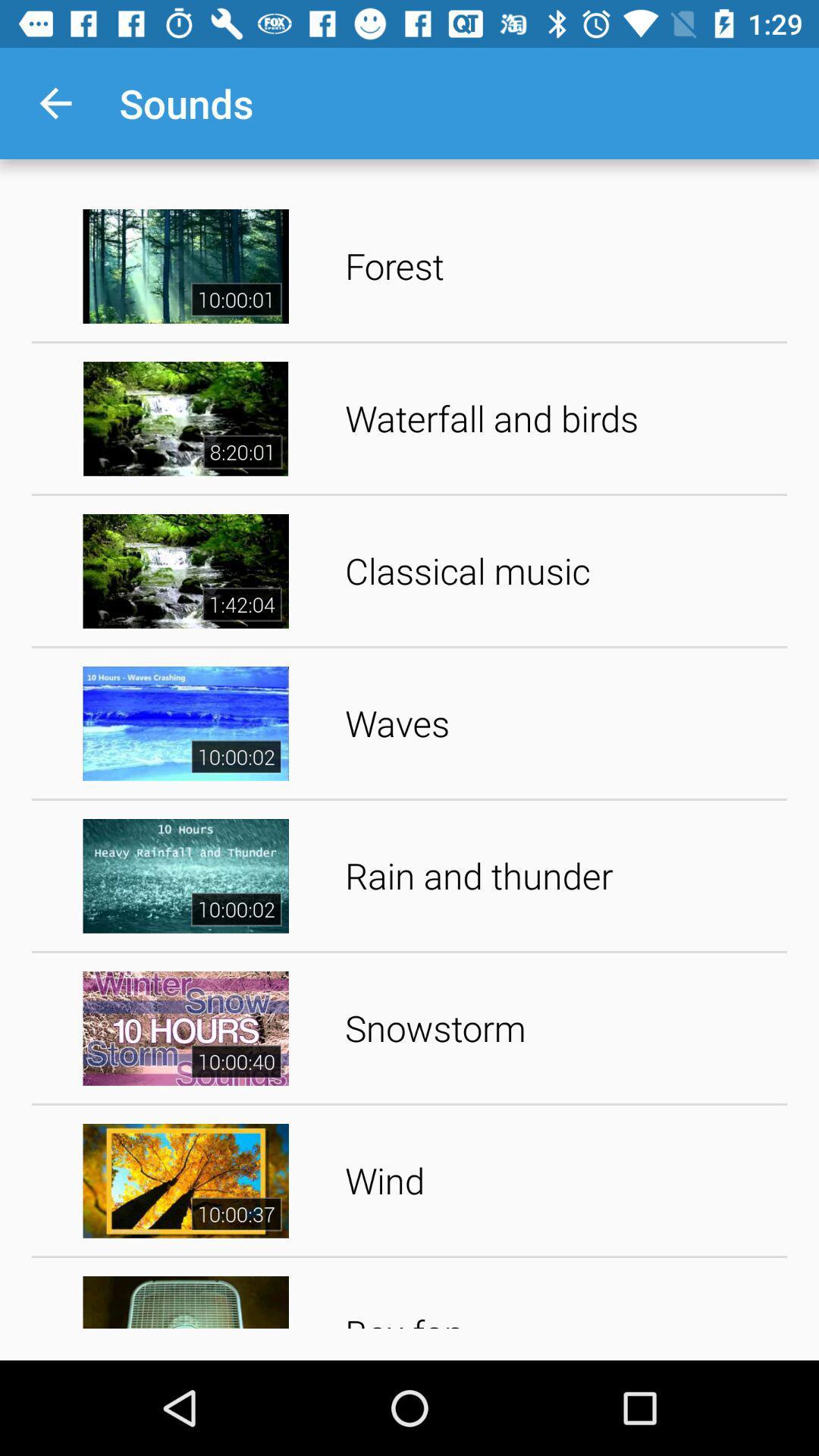 Image resolution: width=819 pixels, height=1456 pixels. I want to click on video left to wind, so click(185, 1180).